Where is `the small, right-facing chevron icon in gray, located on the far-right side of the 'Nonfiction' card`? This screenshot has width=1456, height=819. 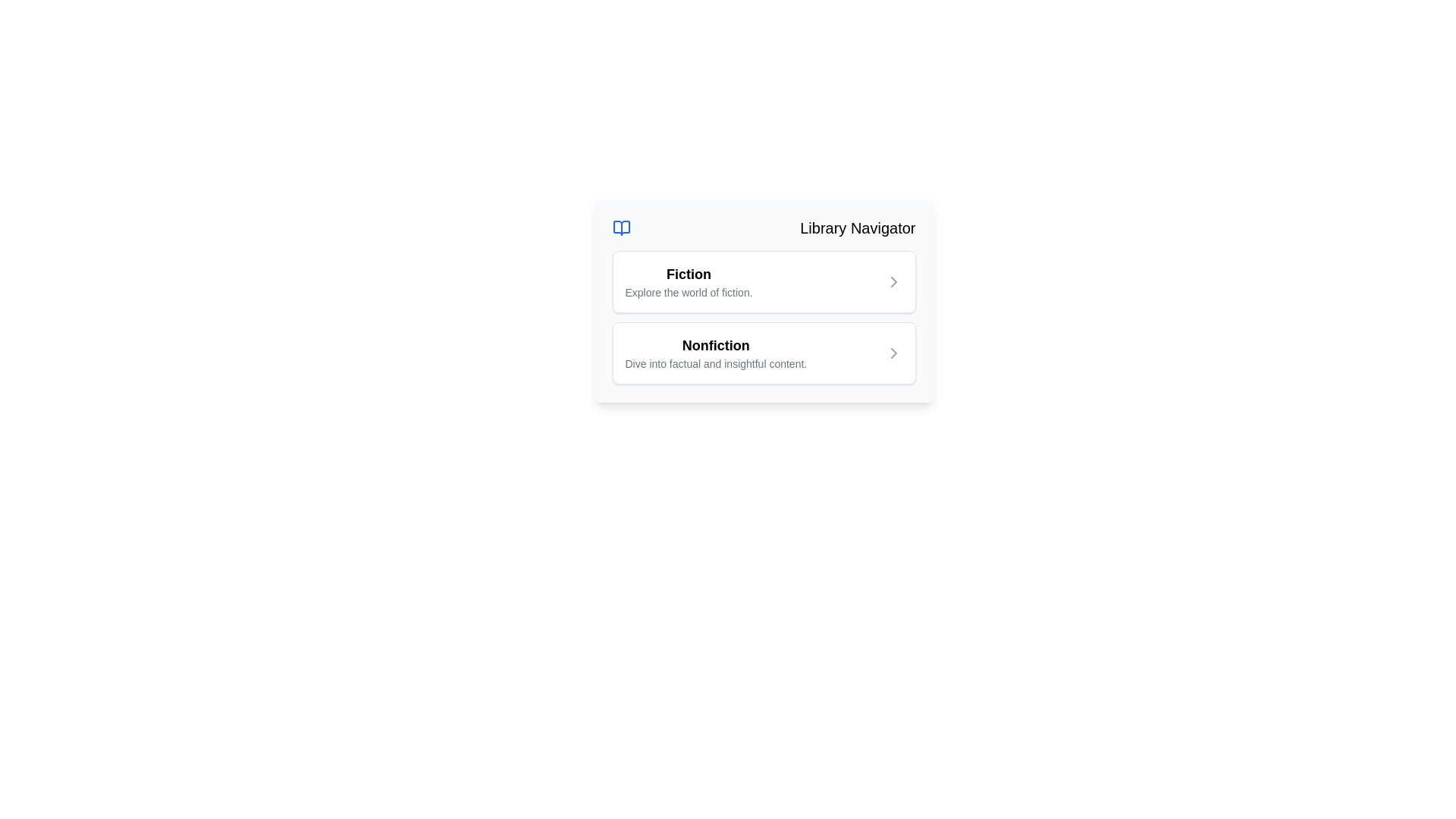 the small, right-facing chevron icon in gray, located on the far-right side of the 'Nonfiction' card is located at coordinates (893, 353).